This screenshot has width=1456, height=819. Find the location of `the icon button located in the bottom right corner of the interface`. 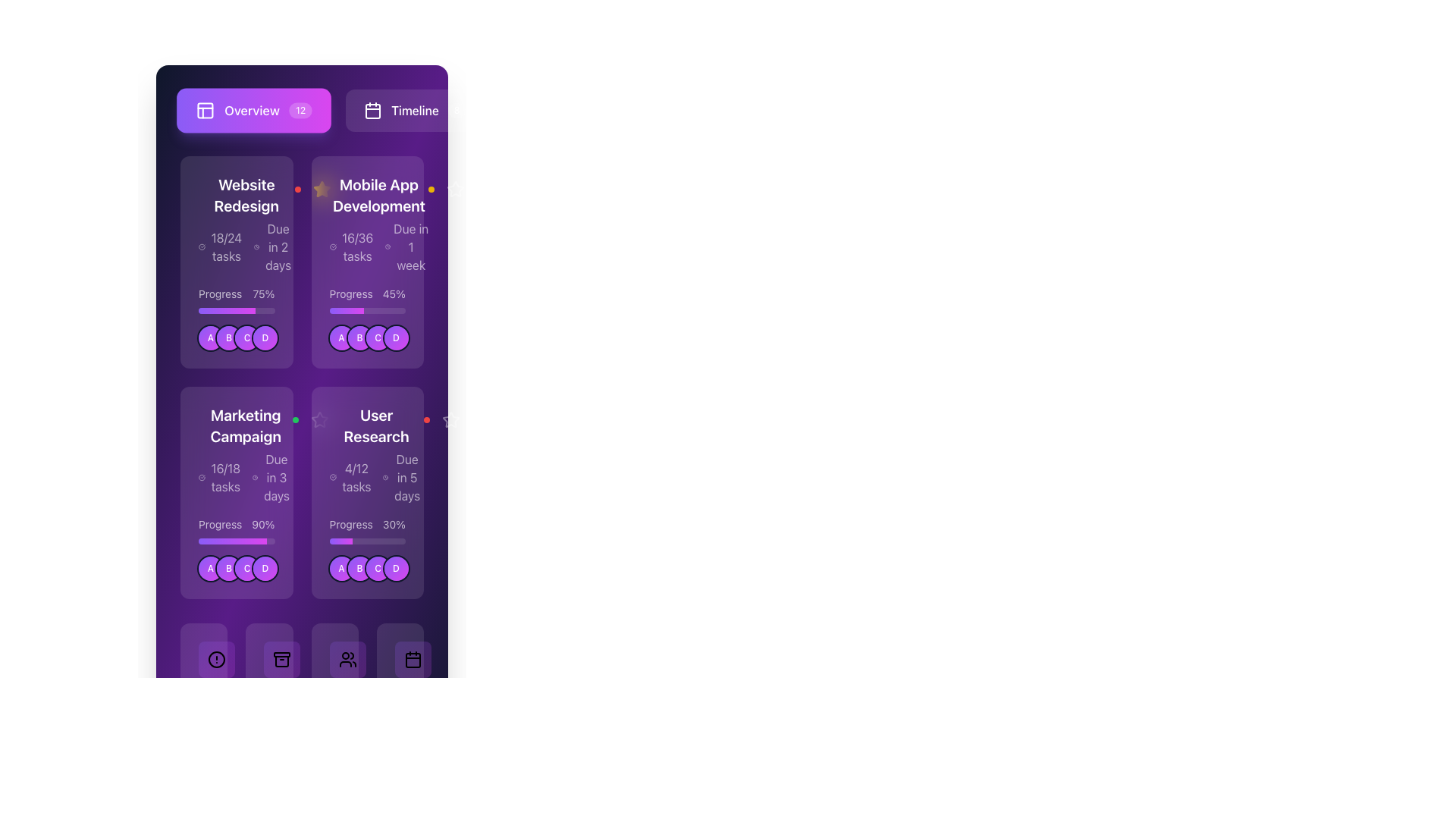

the icon button located in the bottom right corner of the interface is located at coordinates (413, 659).